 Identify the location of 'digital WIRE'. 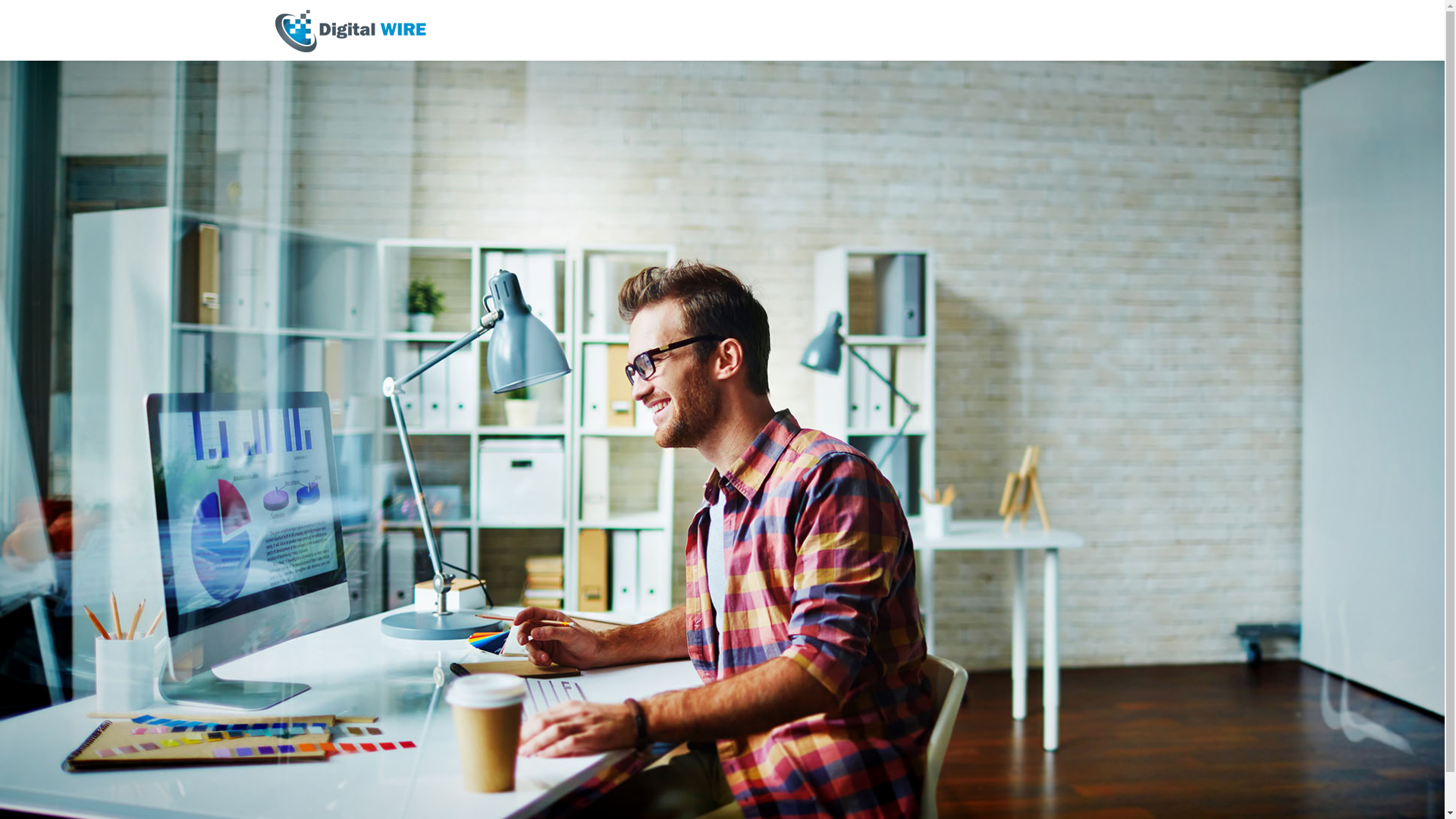
(349, 30).